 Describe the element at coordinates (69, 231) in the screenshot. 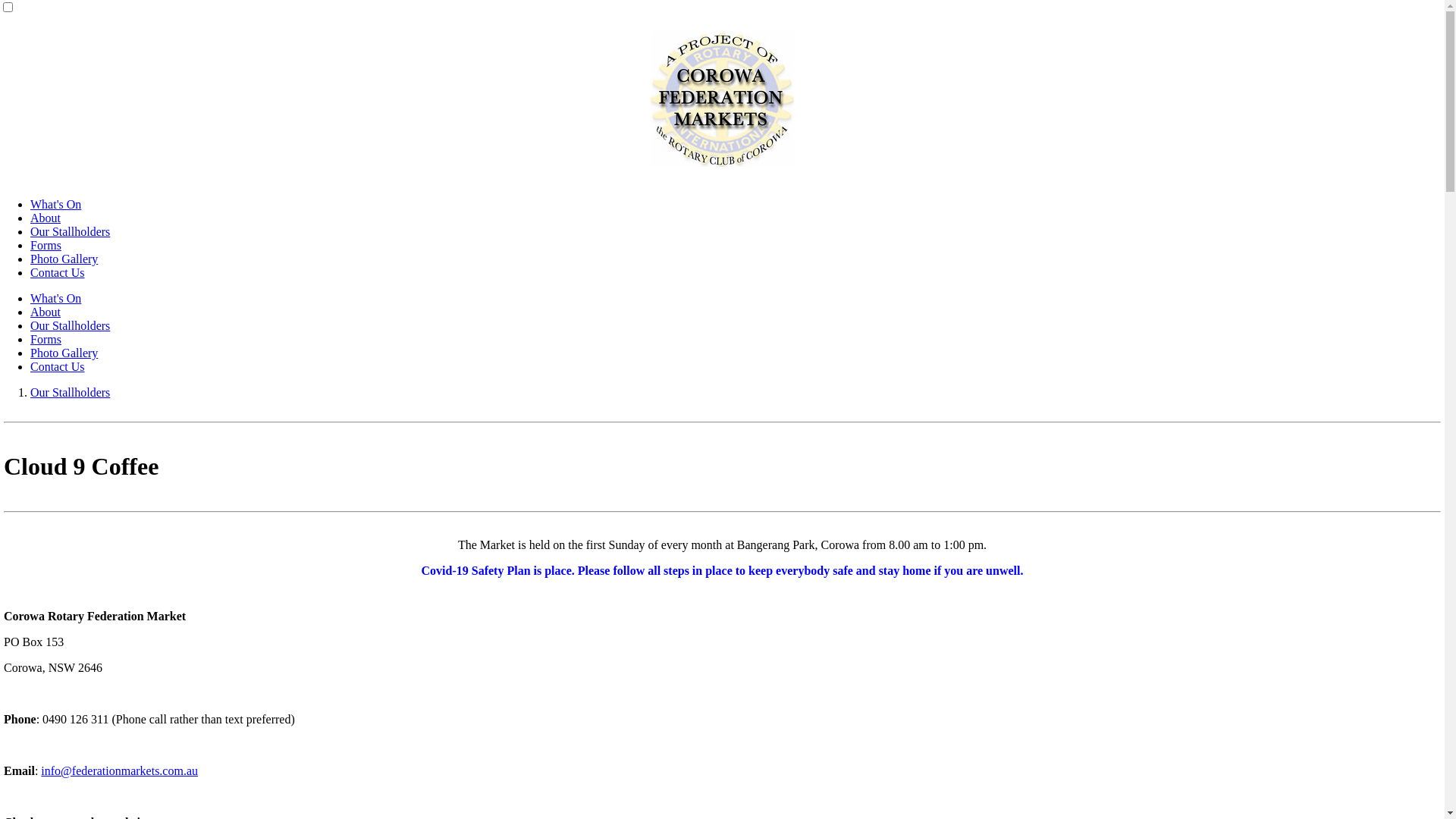

I see `'Our Stallholders'` at that location.